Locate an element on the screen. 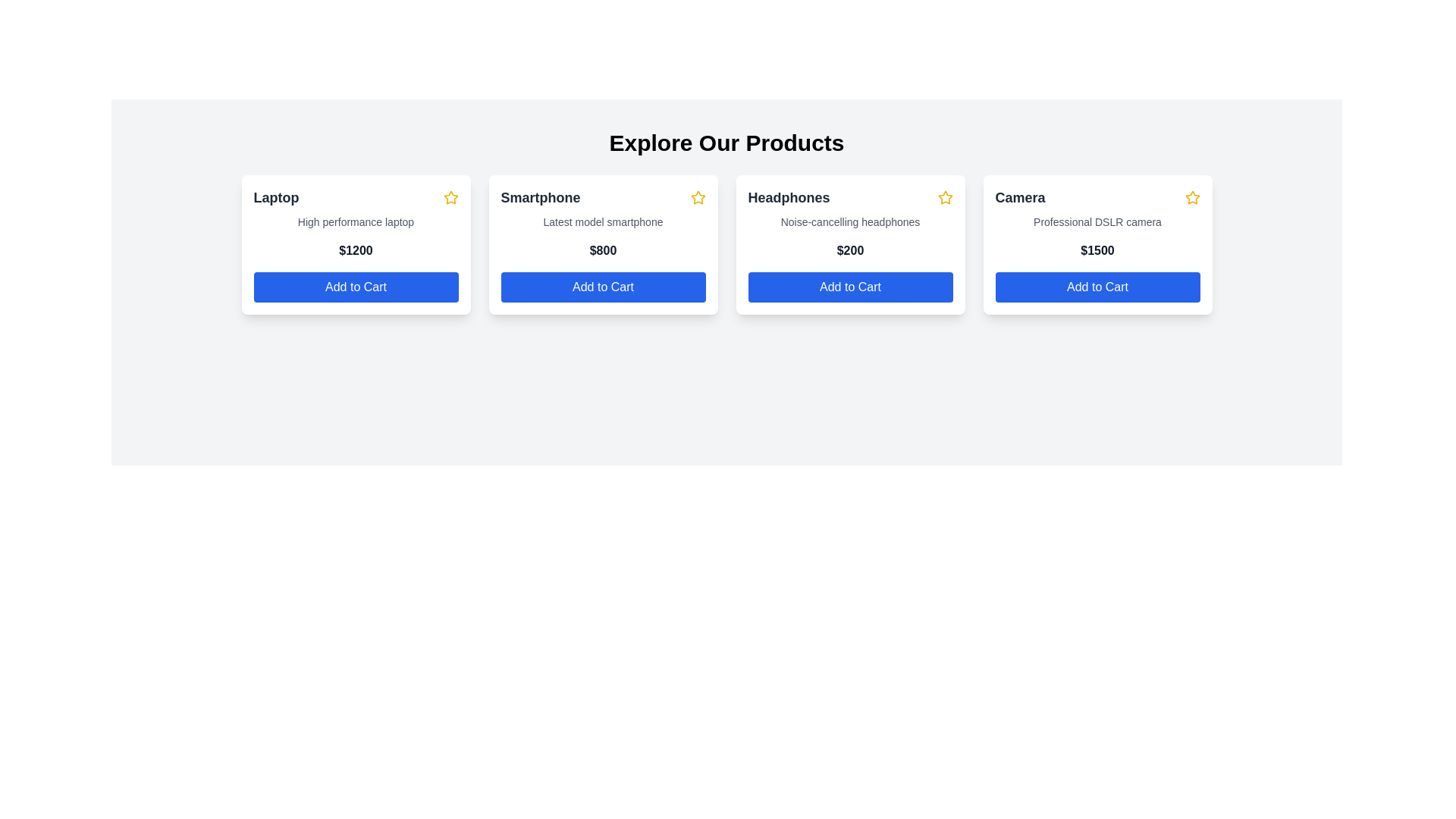 Image resolution: width=1456 pixels, height=819 pixels. the static text display that indicates the price of the 'Smartphone' product, which is located below the description text and above the 'Add to Cart' button is located at coordinates (602, 250).